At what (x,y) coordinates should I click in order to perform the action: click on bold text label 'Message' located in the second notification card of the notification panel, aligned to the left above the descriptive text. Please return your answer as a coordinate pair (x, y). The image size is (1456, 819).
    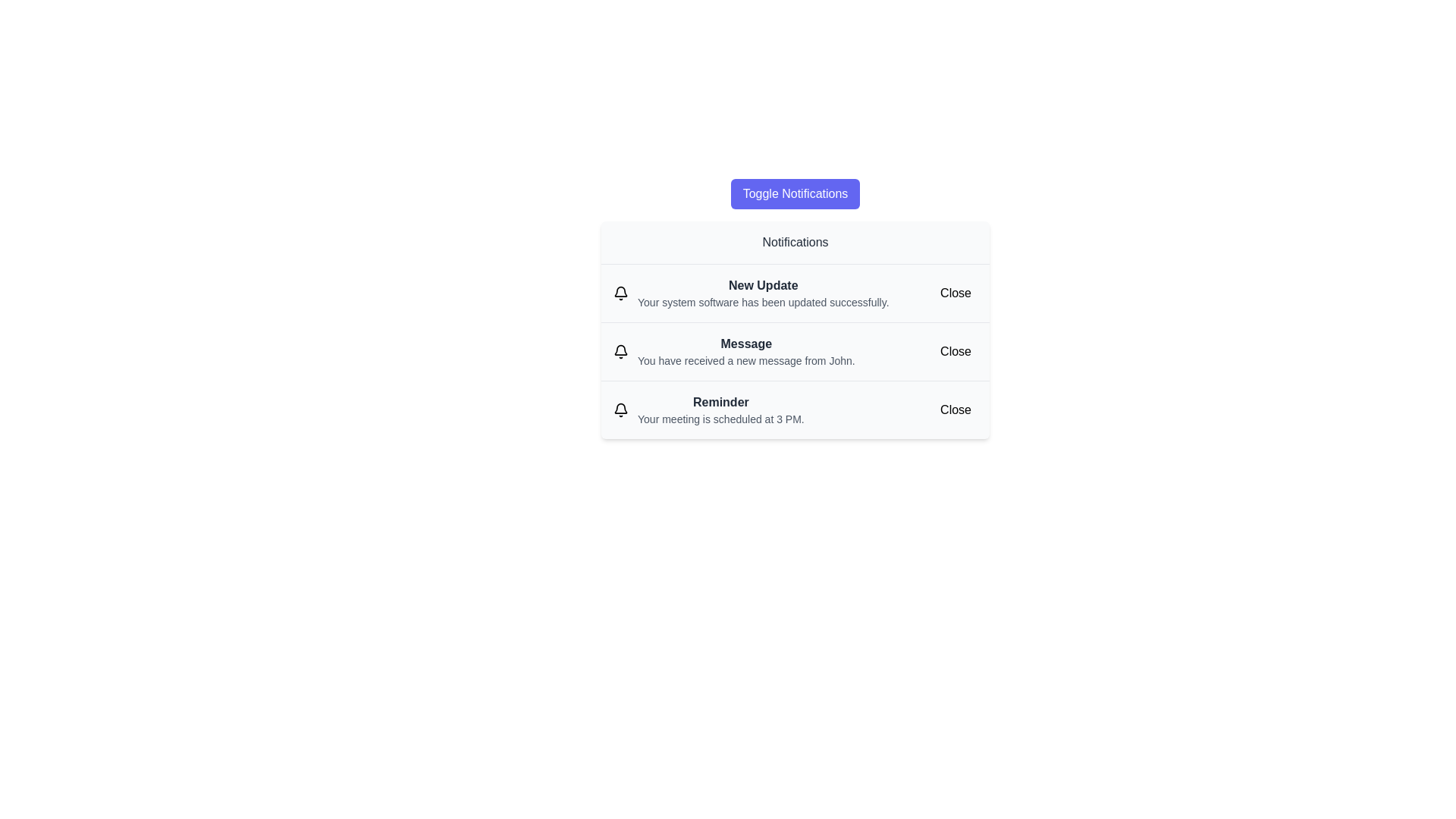
    Looking at the image, I should click on (746, 344).